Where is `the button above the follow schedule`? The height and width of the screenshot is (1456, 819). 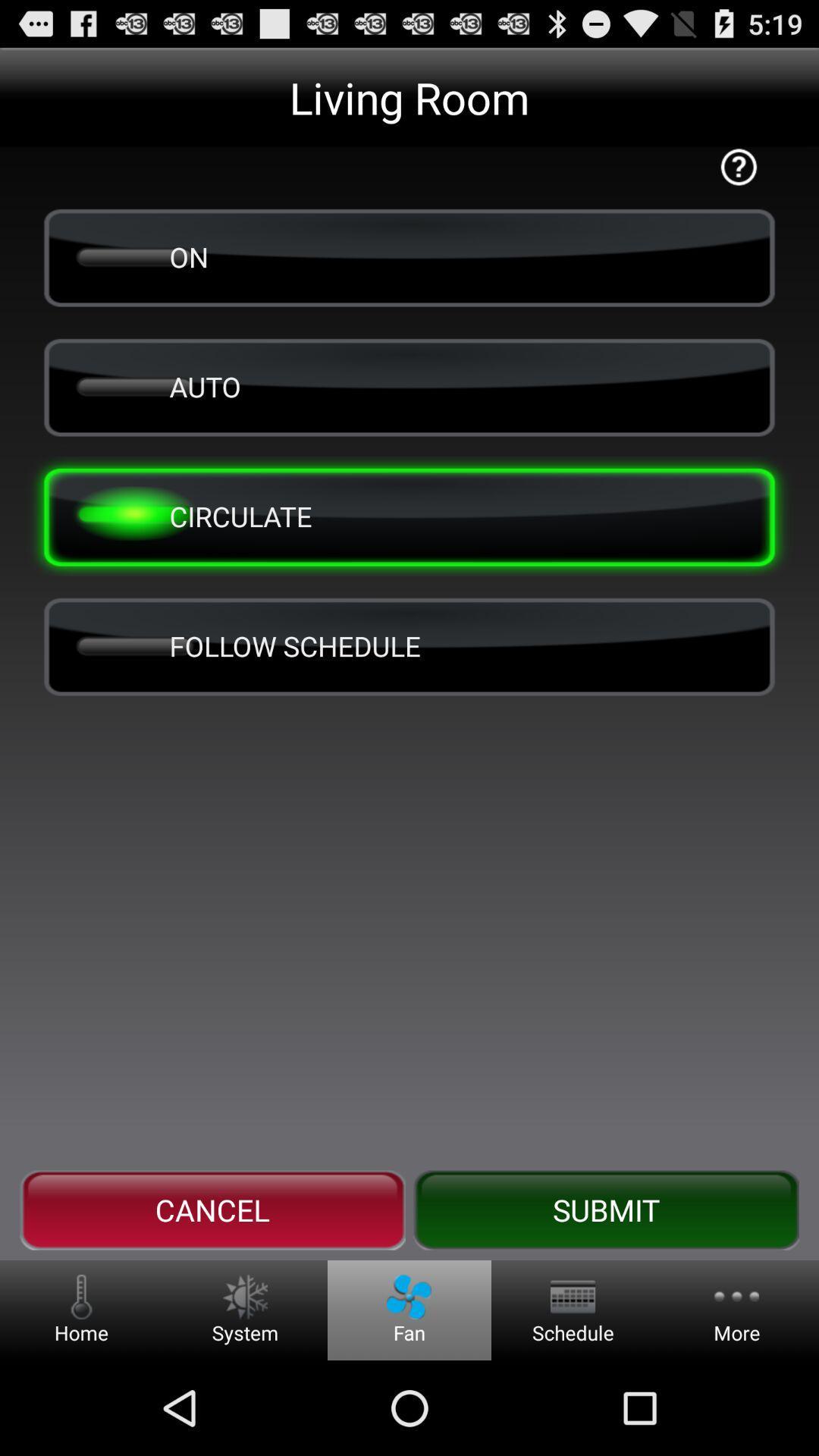
the button above the follow schedule is located at coordinates (409, 516).